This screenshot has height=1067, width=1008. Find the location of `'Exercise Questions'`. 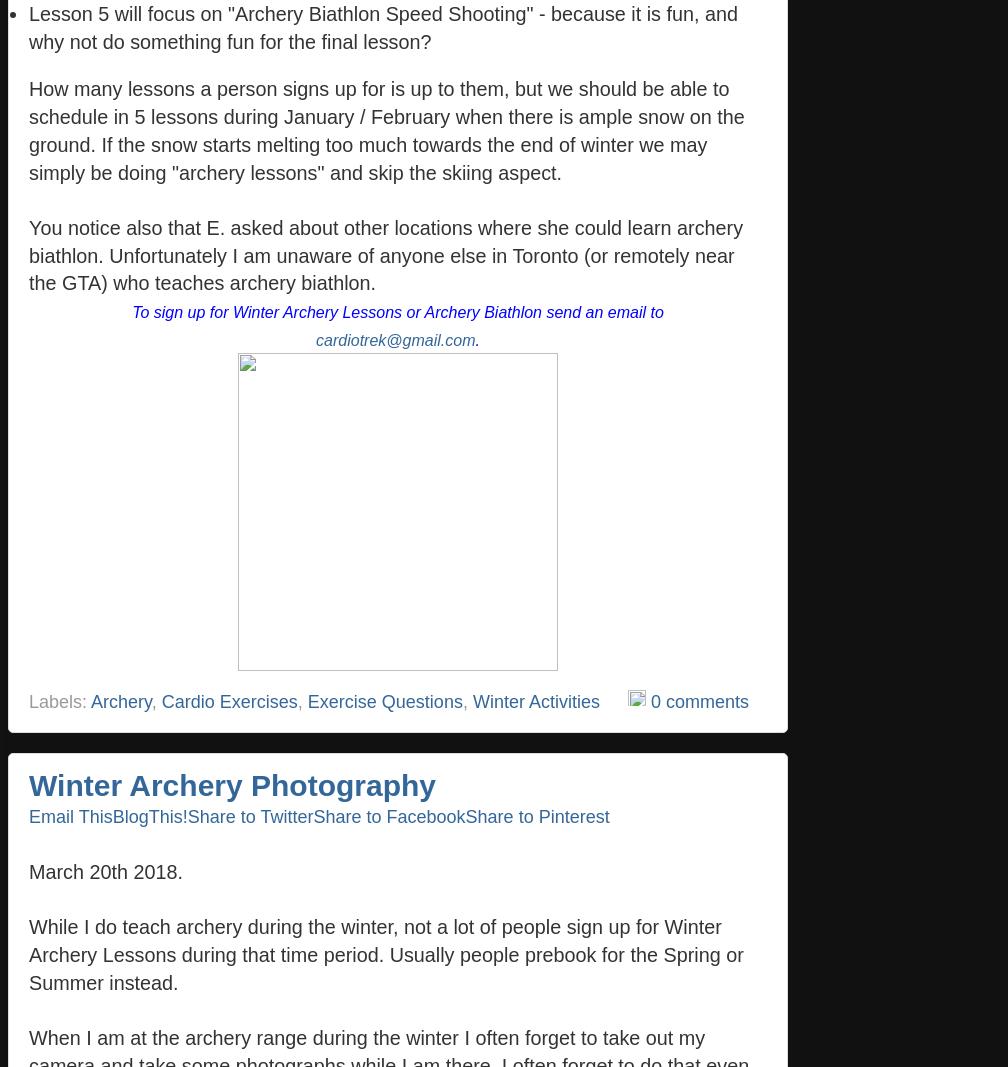

'Exercise Questions' is located at coordinates (384, 701).